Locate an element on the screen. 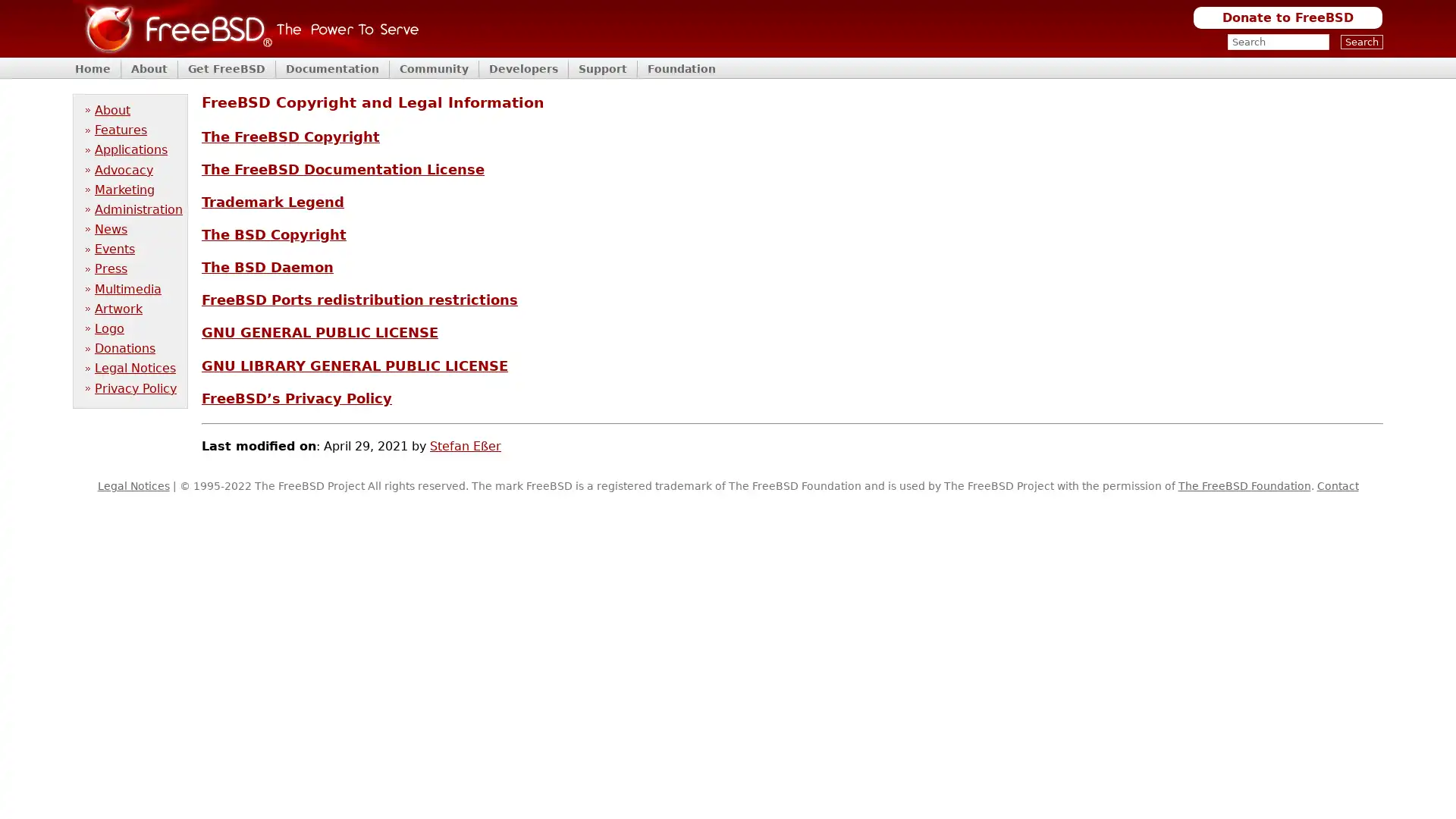 This screenshot has width=1456, height=819. Search is located at coordinates (1361, 41).